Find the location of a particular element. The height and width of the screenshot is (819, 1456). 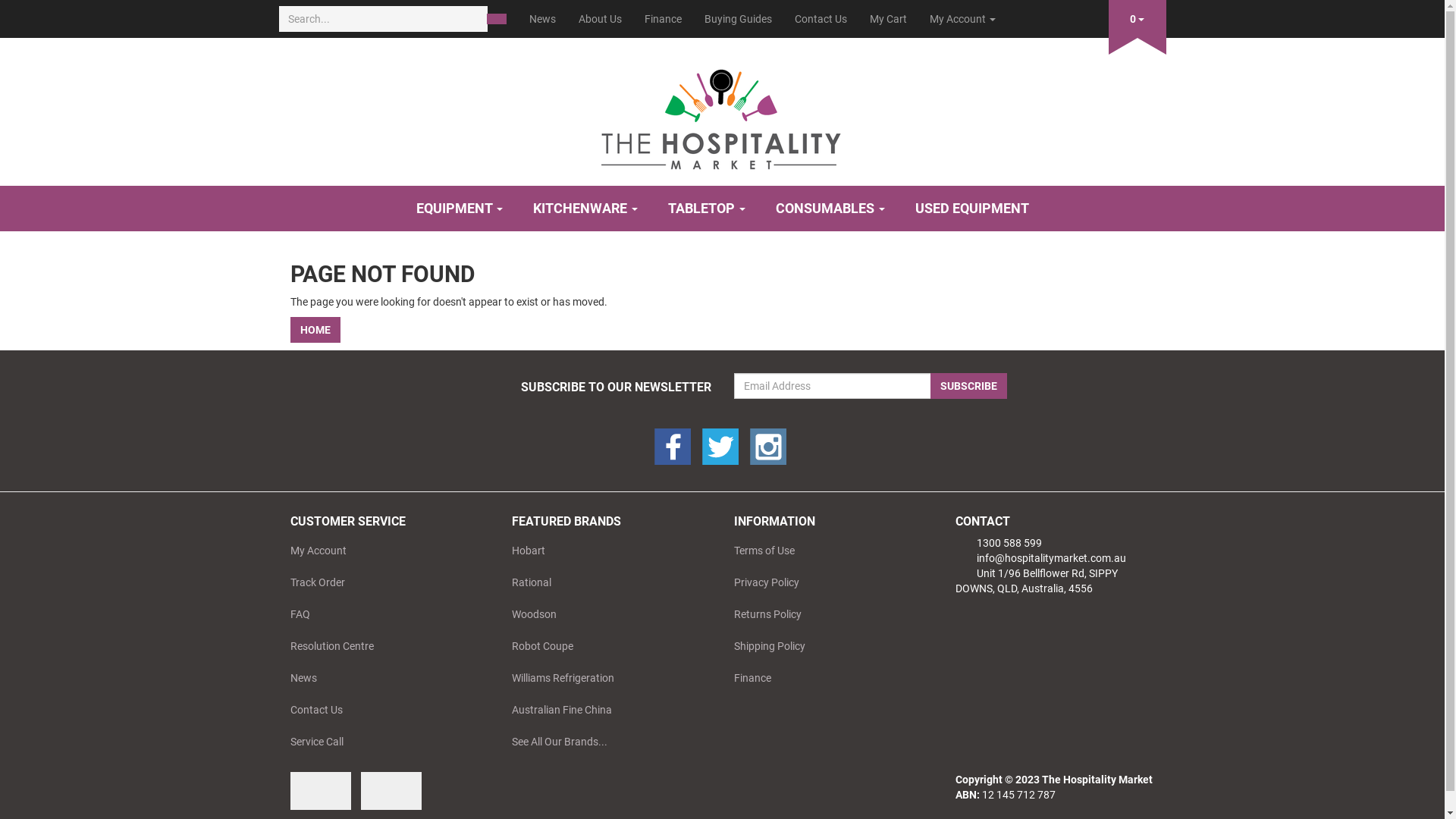

'CONSUMABLES' is located at coordinates (829, 208).